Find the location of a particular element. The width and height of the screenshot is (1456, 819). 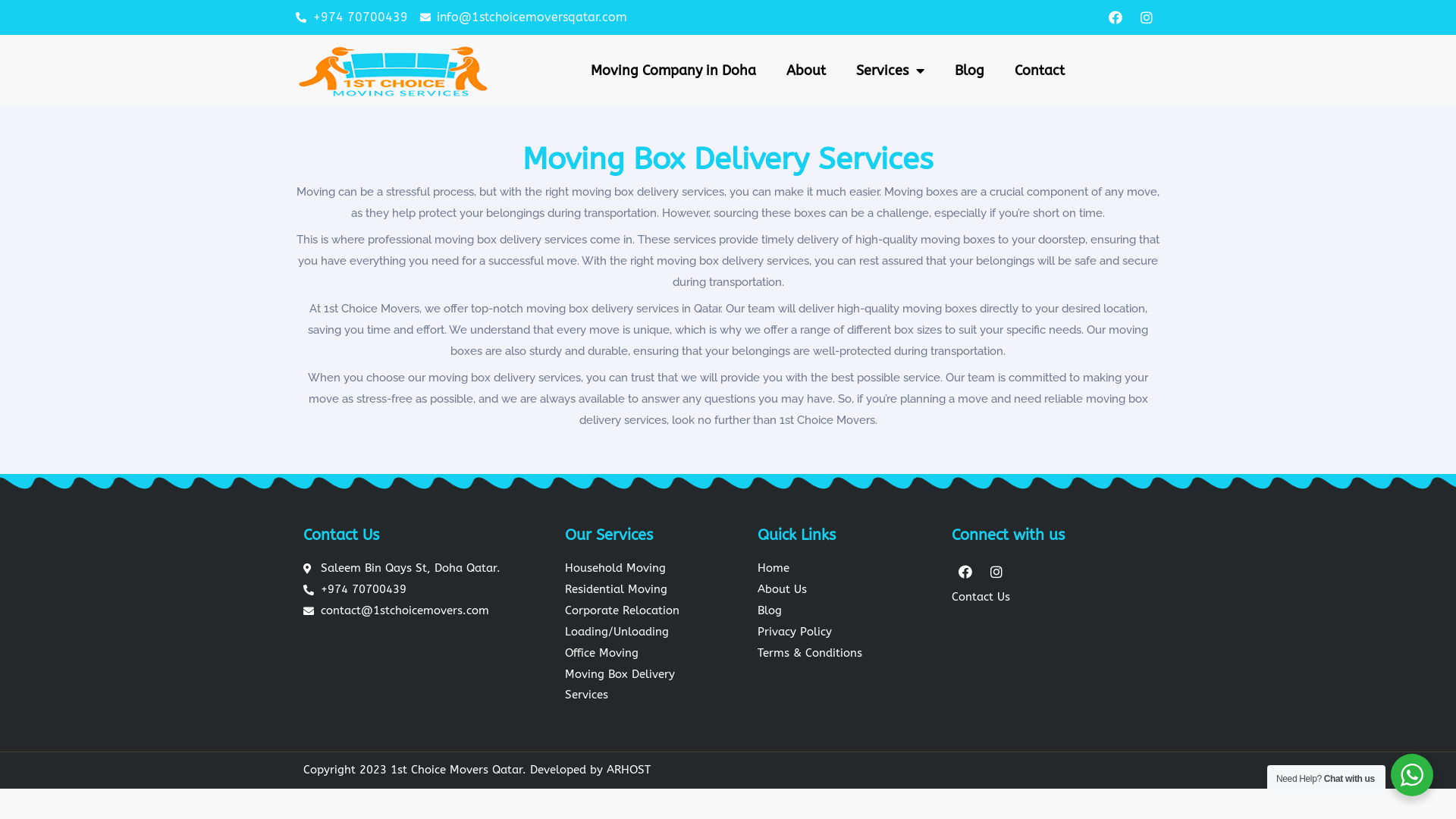

'Office Moving' is located at coordinates (642, 652).